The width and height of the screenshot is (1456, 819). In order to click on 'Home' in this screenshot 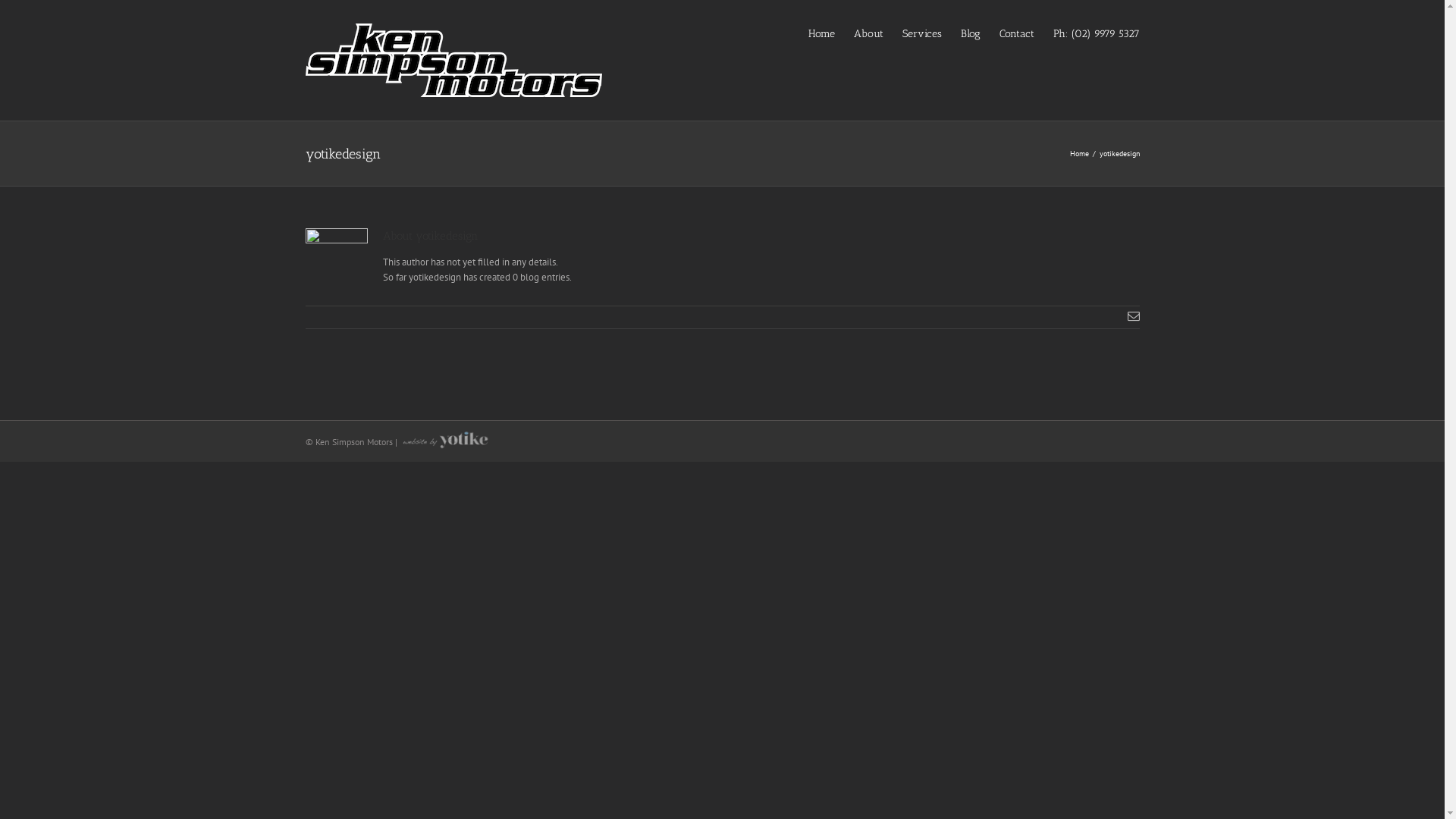, I will do `click(1078, 153)`.